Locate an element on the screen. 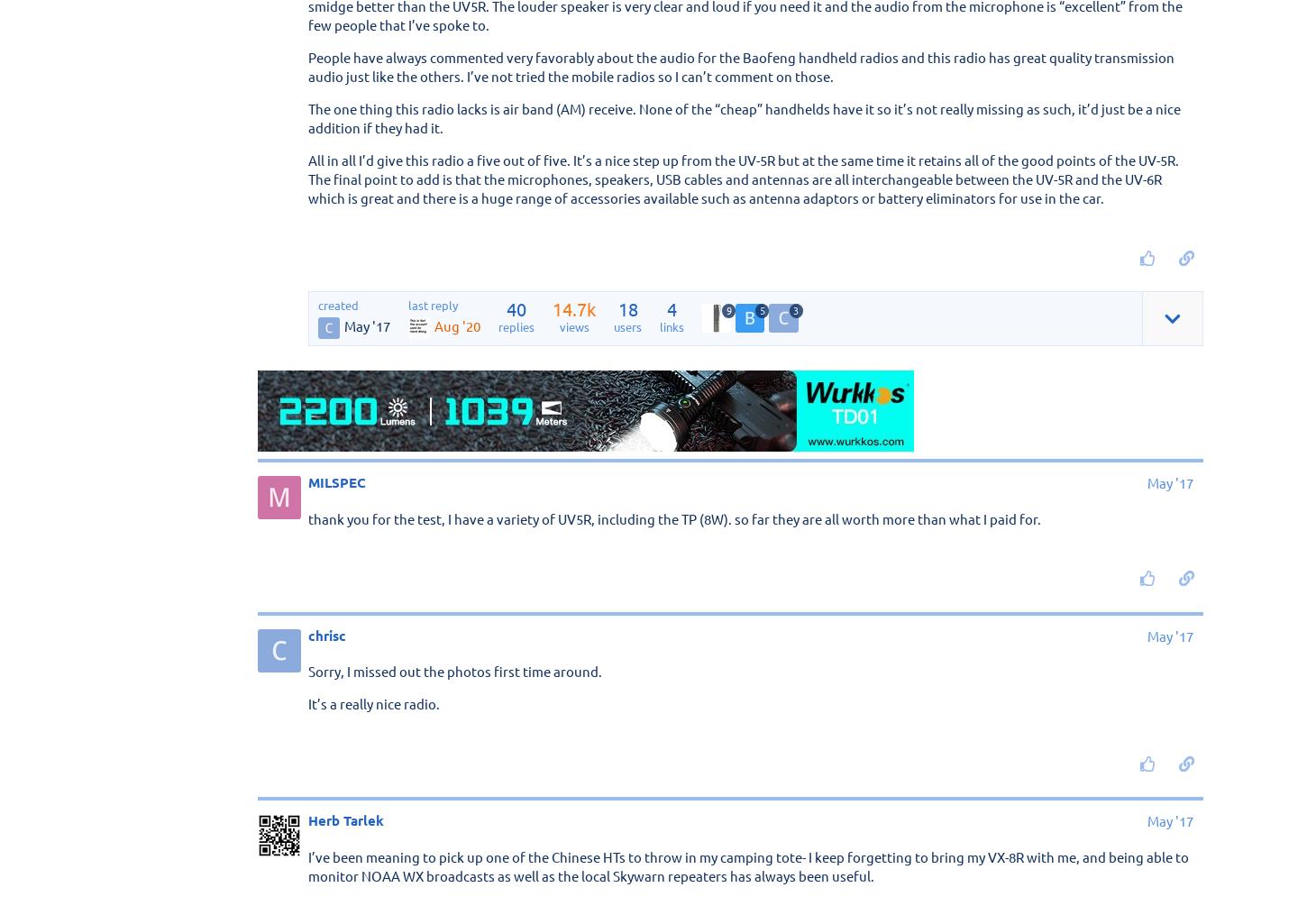 Image resolution: width=1307 pixels, height=924 pixels. 'users' is located at coordinates (613, 325).